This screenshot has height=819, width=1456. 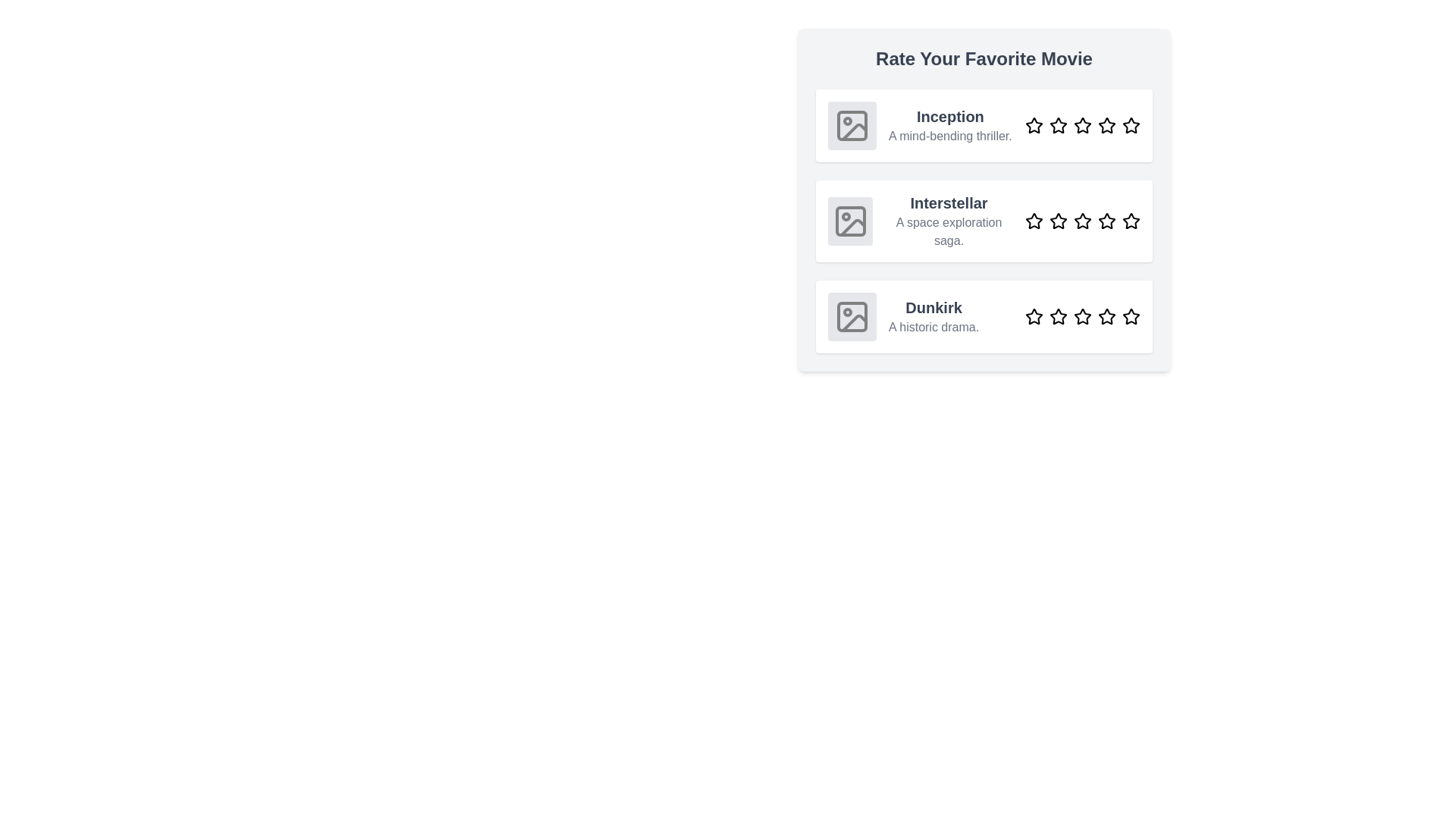 What do you see at coordinates (1058, 315) in the screenshot?
I see `the second interactive star icon to rate the movie 'Dunkirk' as 2 stars` at bounding box center [1058, 315].